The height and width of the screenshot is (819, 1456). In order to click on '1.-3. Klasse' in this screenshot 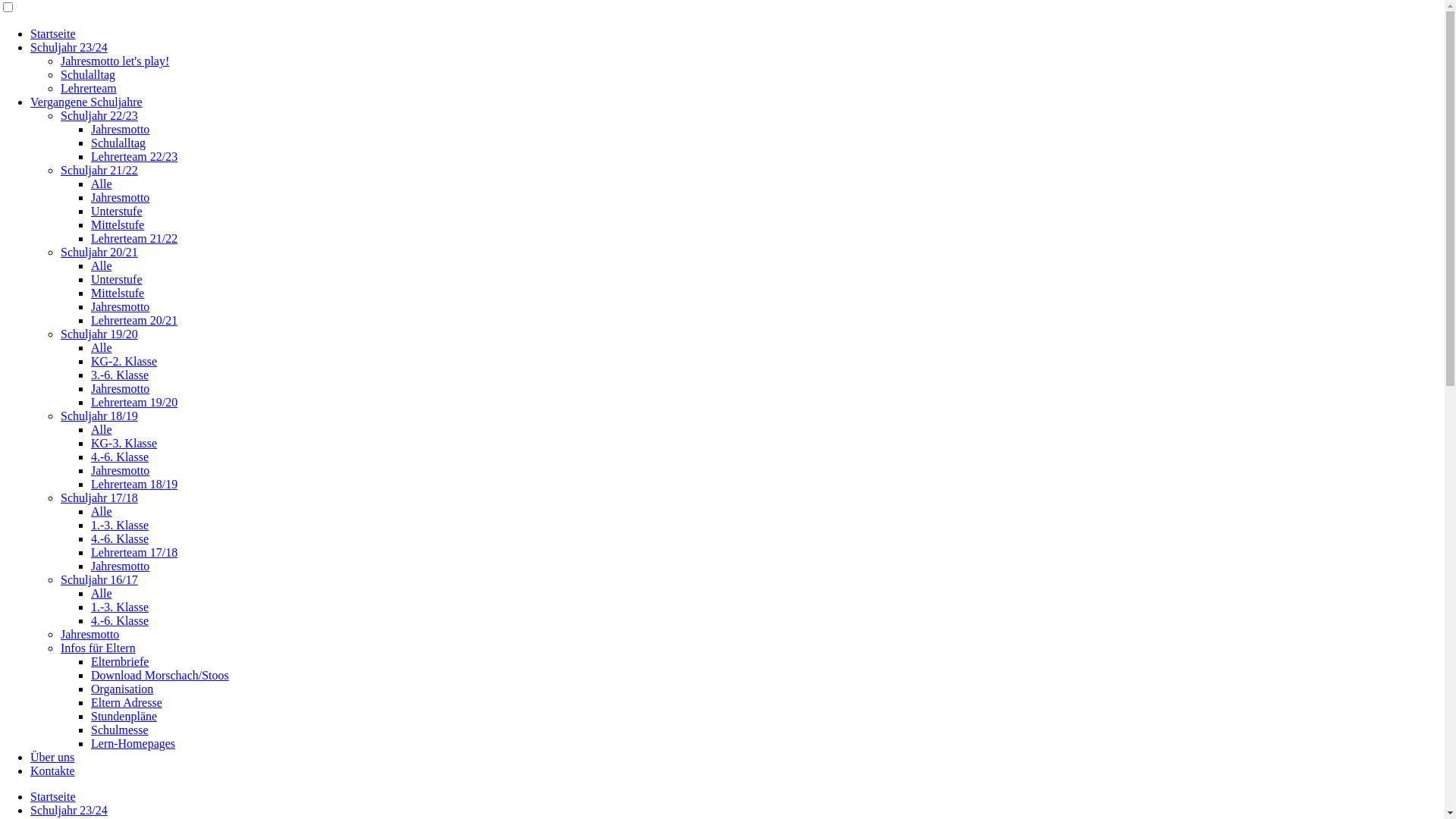, I will do `click(119, 606)`.